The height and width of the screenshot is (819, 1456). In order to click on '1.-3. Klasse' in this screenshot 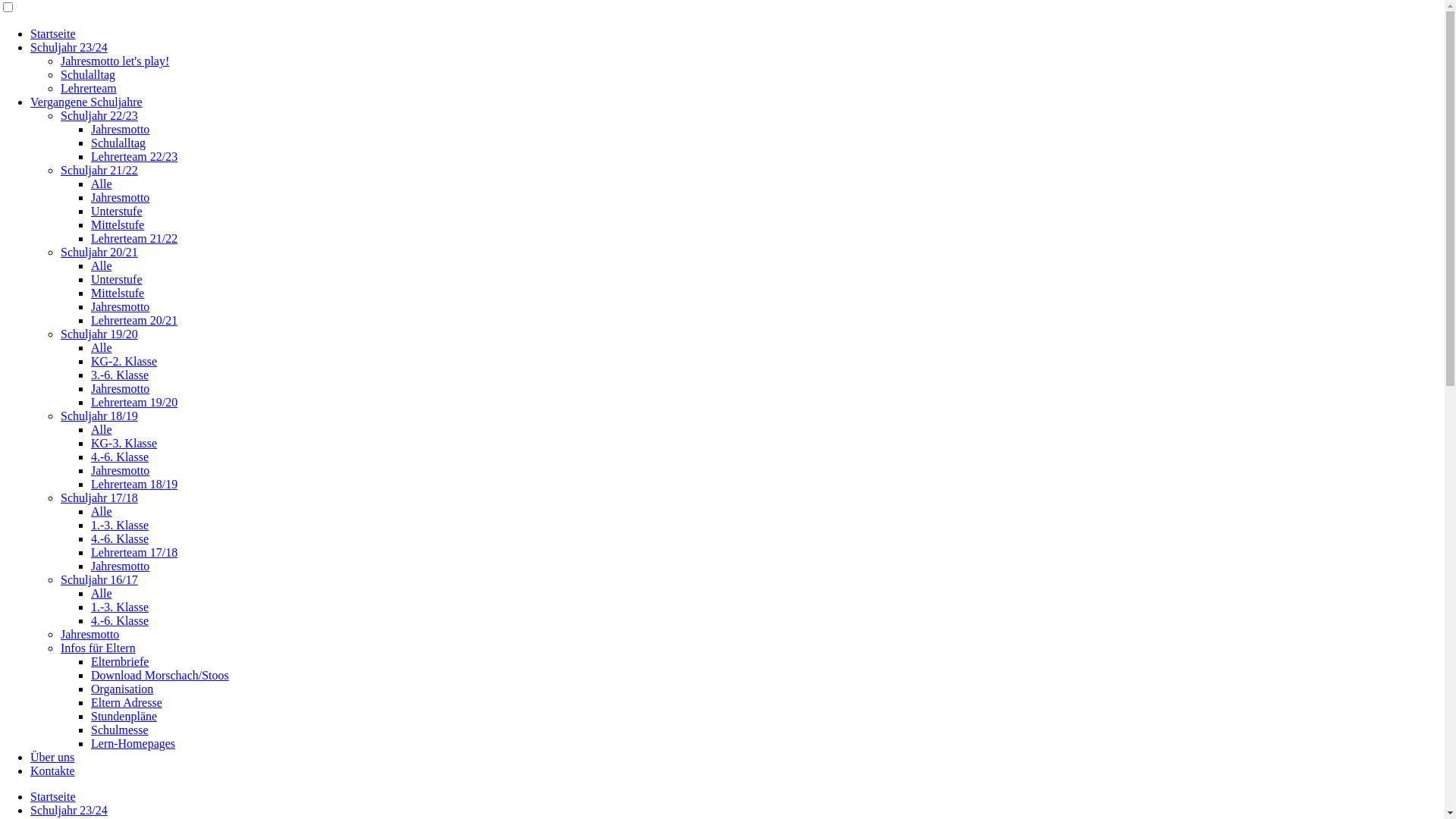, I will do `click(119, 606)`.